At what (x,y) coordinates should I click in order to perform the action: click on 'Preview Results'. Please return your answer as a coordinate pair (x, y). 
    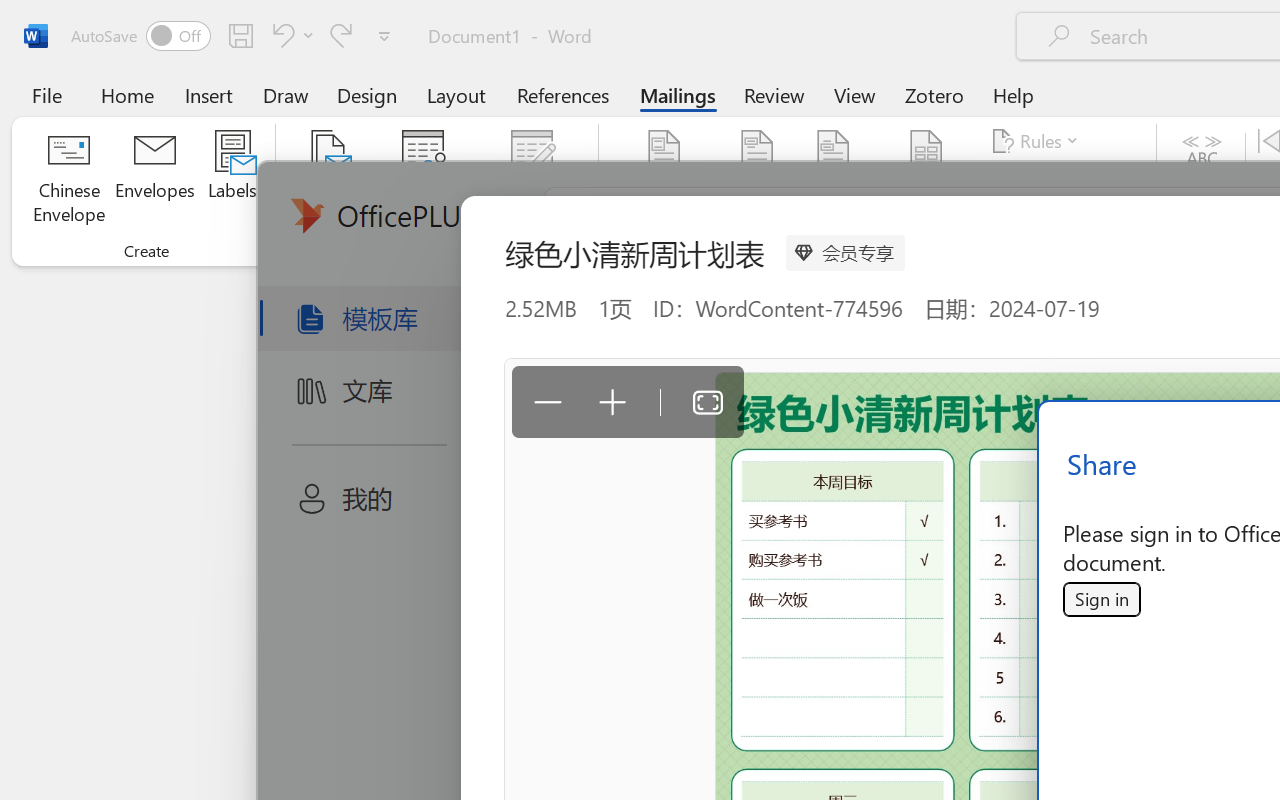
    Looking at the image, I should click on (1201, 179).